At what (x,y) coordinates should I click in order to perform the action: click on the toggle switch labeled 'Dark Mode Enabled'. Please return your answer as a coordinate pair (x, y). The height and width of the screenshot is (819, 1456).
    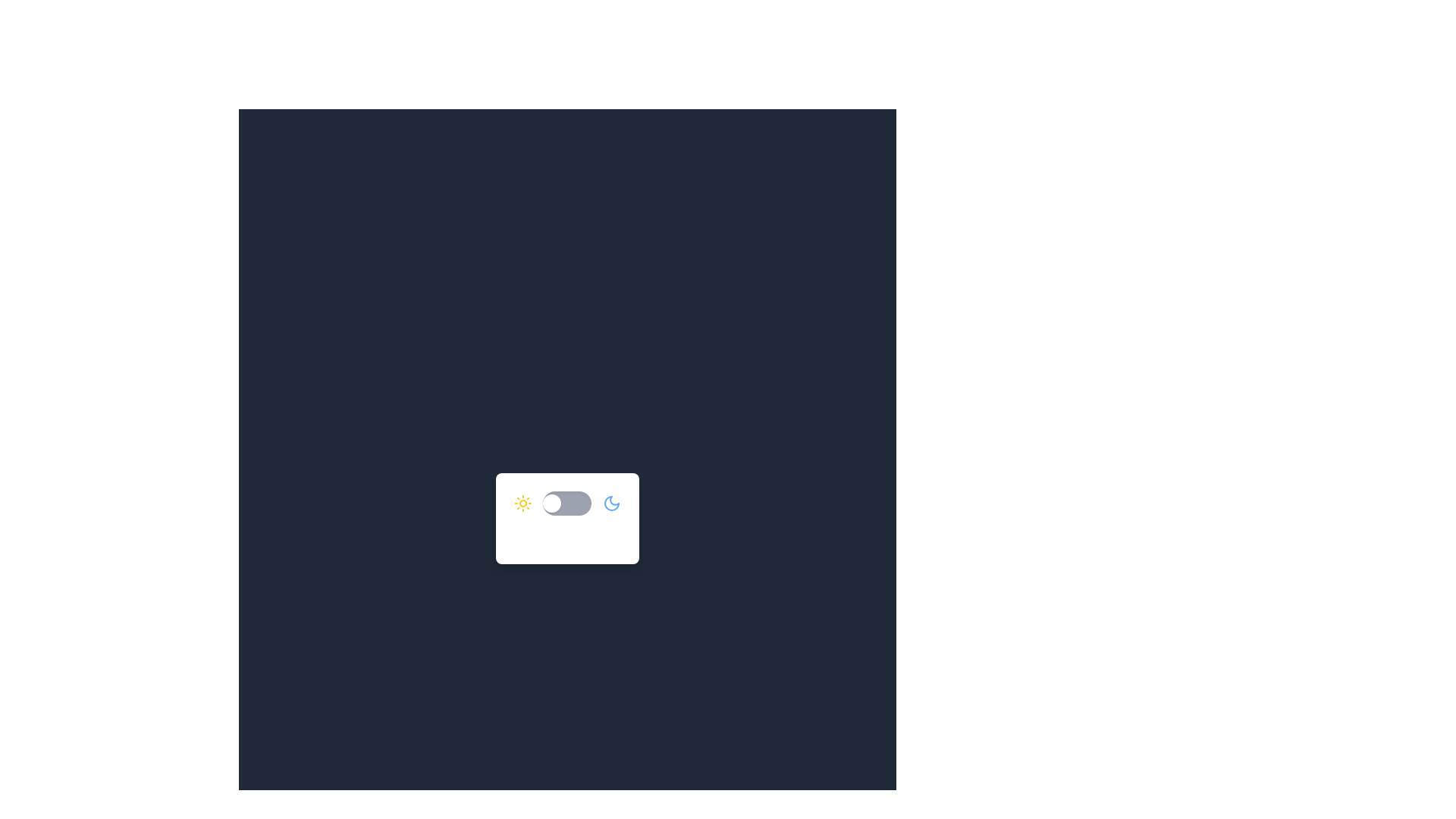
    Looking at the image, I should click on (566, 517).